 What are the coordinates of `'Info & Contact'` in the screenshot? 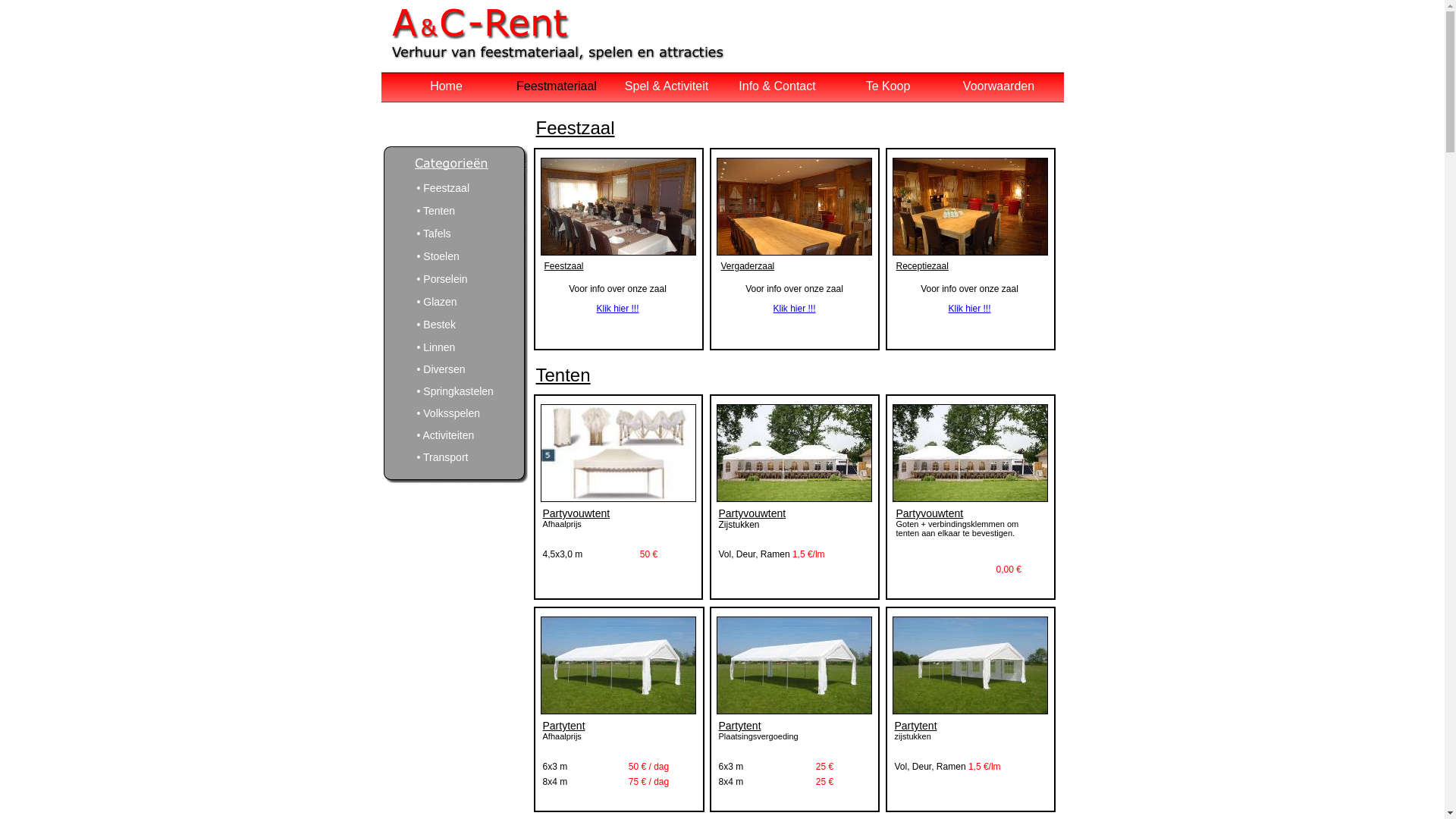 It's located at (777, 86).